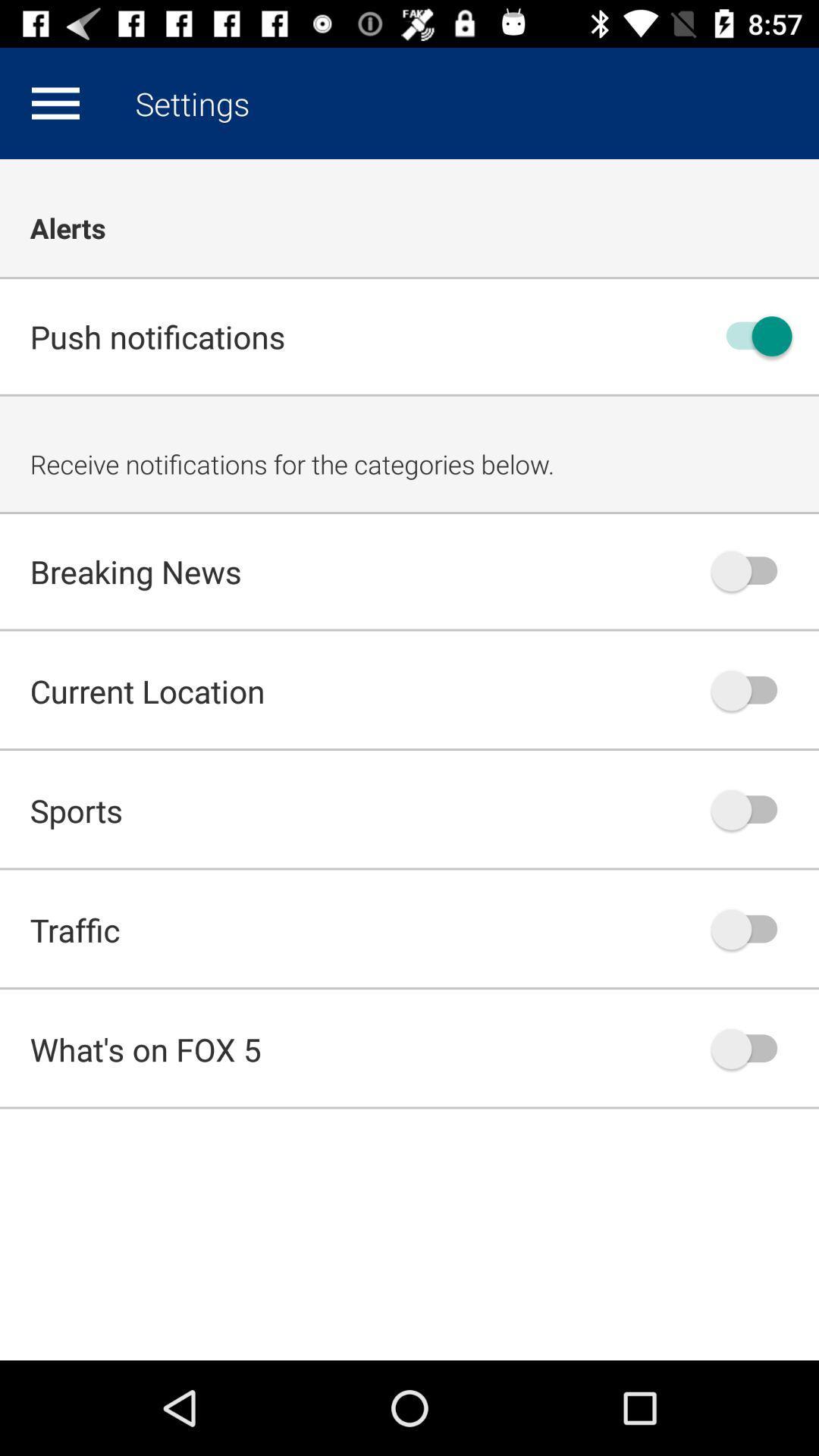  What do you see at coordinates (752, 809) in the screenshot?
I see `push notifications for sports` at bounding box center [752, 809].